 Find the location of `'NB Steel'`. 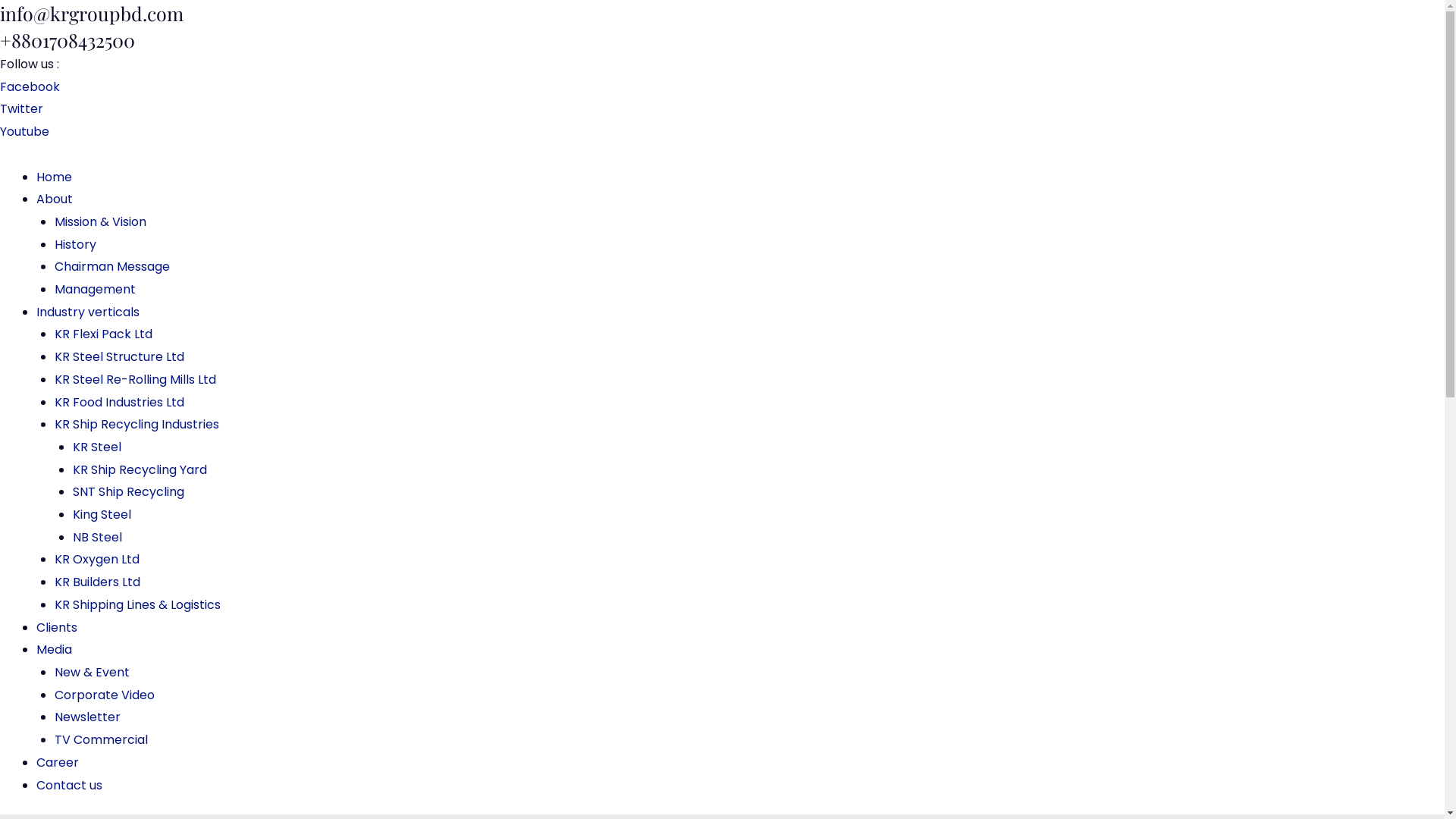

'NB Steel' is located at coordinates (96, 536).